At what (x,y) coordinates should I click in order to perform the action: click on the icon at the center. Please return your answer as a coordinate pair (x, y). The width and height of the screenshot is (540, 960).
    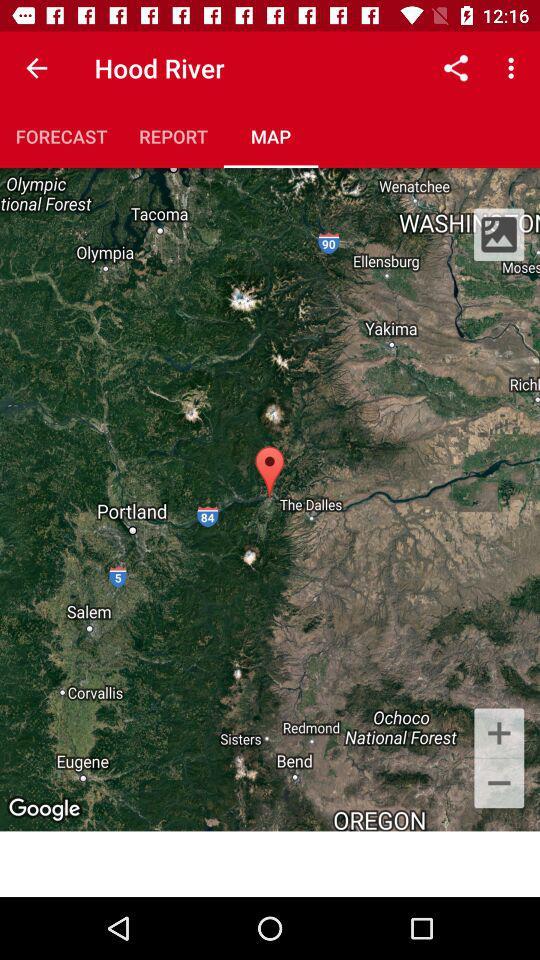
    Looking at the image, I should click on (270, 498).